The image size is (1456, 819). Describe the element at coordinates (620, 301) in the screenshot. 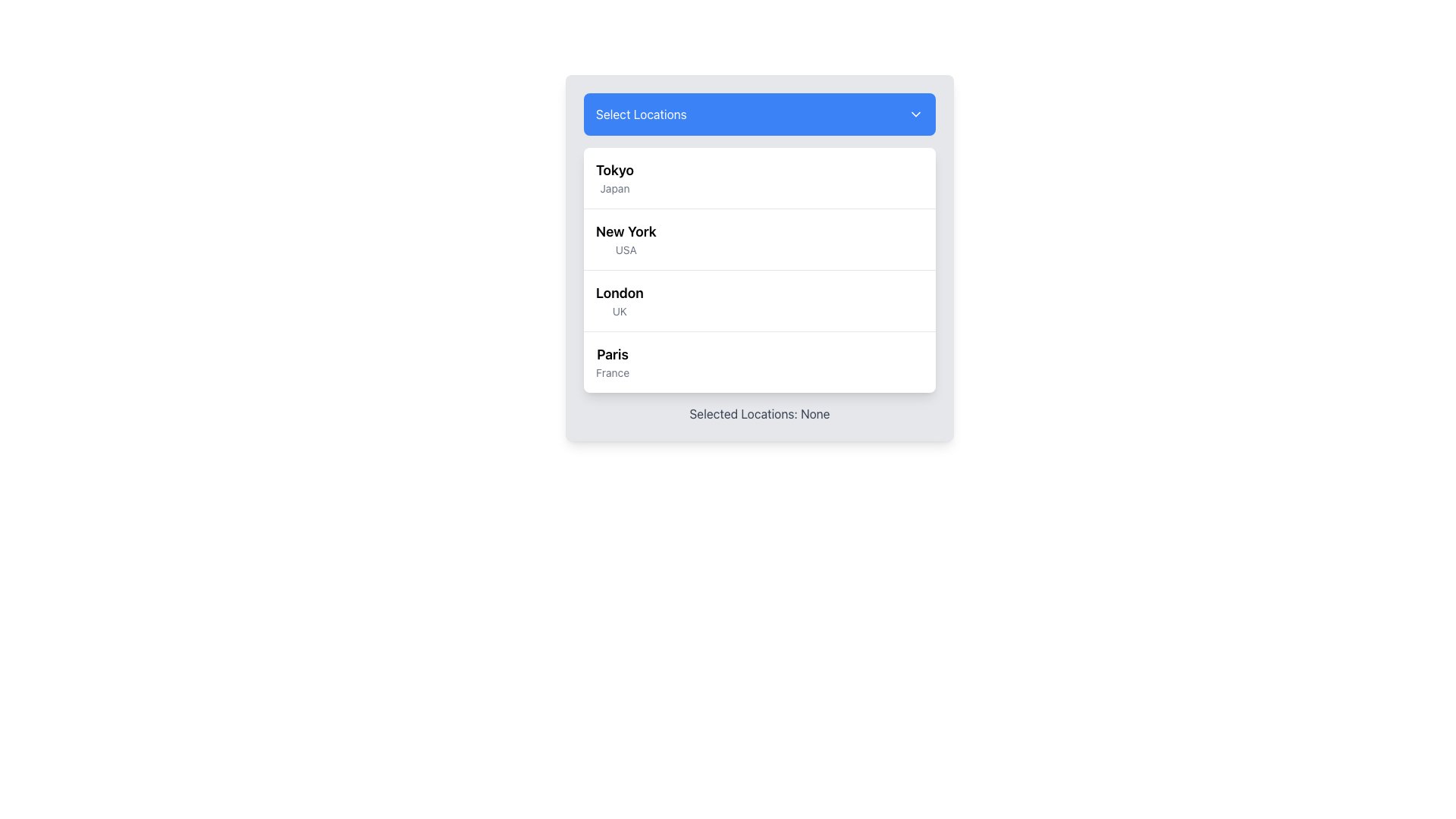

I see `the 'London - UK' text element, which is the third entry in a vertical dropdown list` at that location.